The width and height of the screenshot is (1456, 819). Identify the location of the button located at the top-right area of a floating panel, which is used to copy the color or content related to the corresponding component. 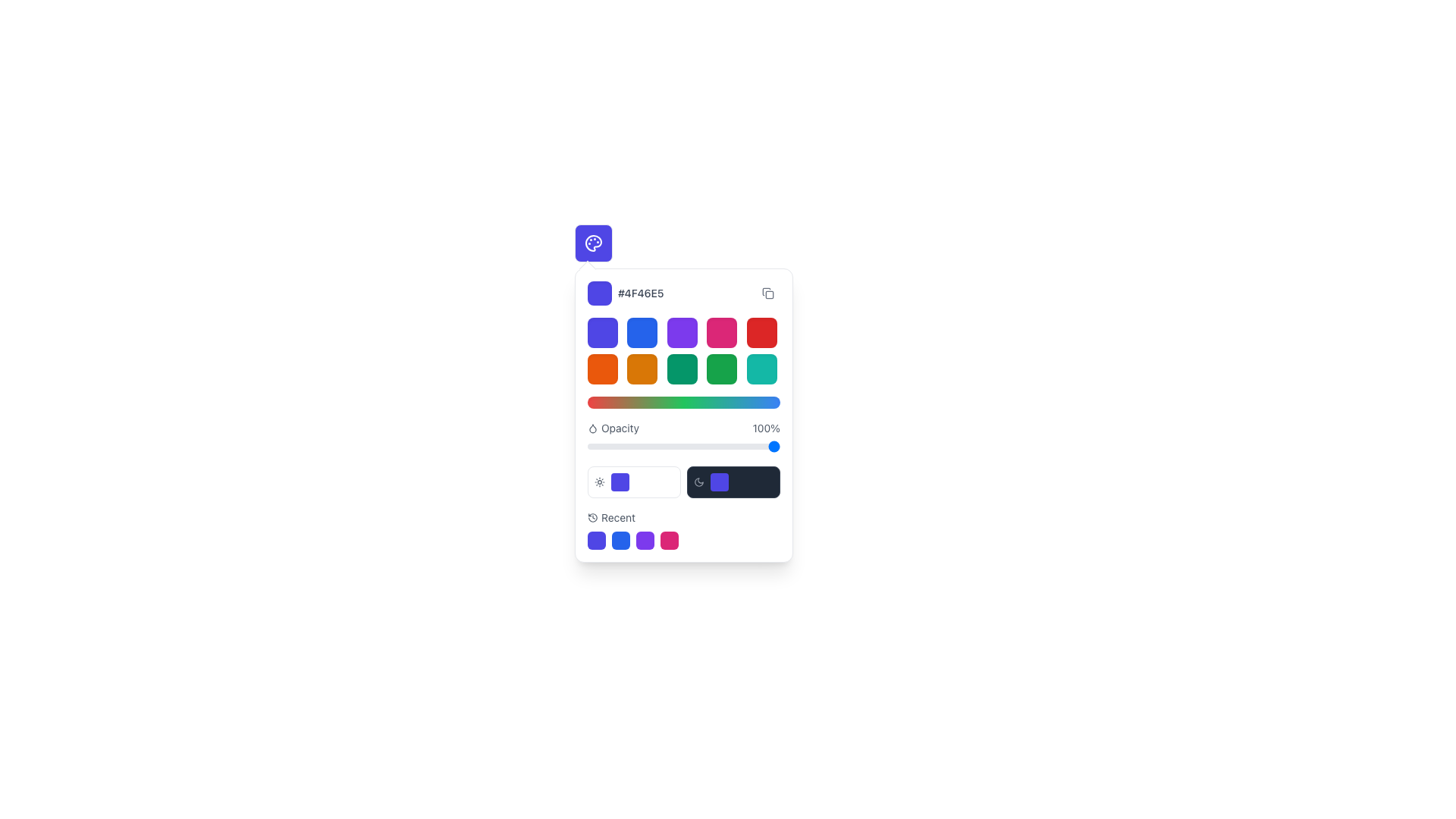
(767, 293).